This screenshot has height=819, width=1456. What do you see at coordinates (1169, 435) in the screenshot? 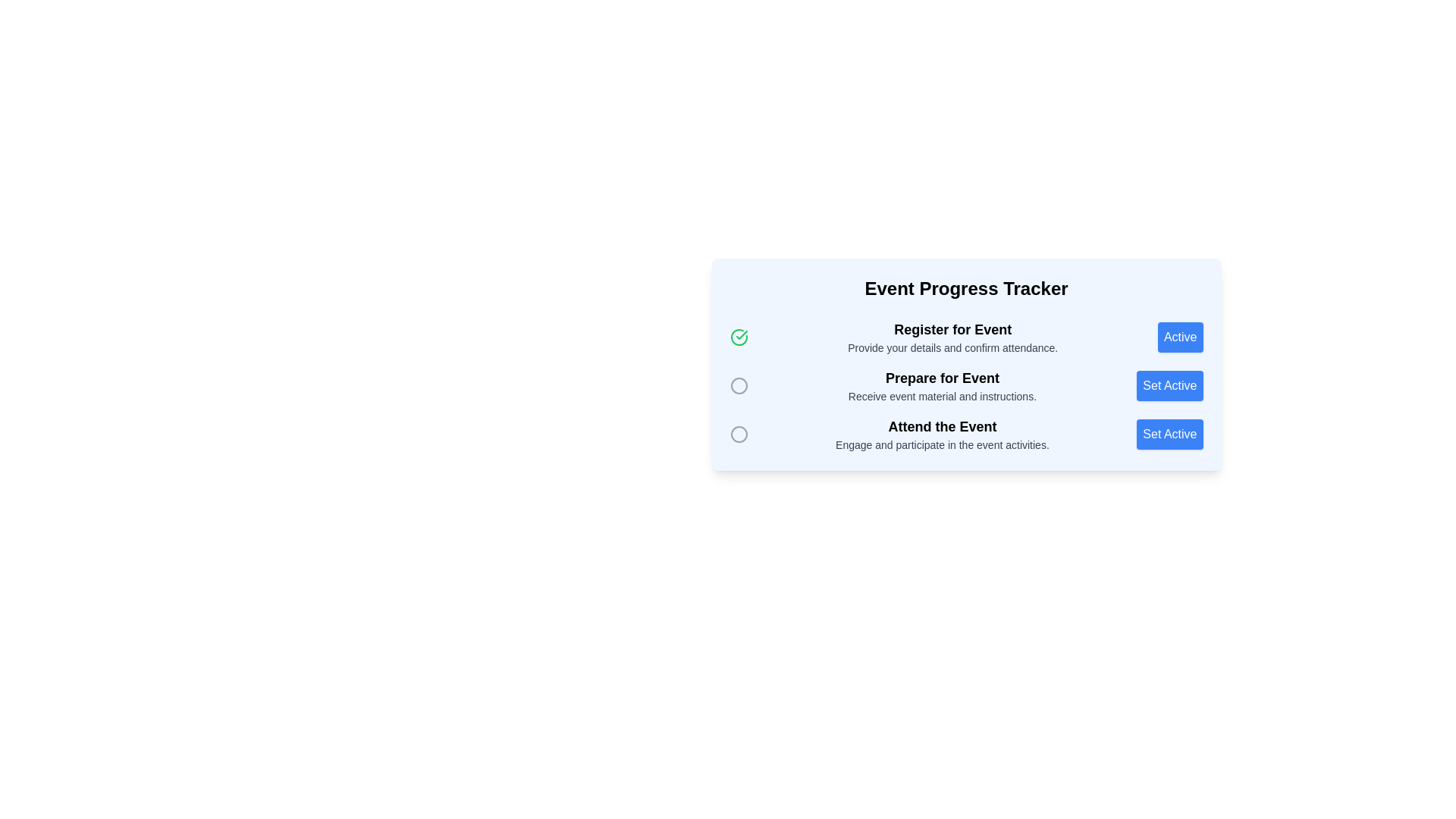
I see `the 'Set Active' button, which is the last button on the right side of the 'Event Progress Tracker' UI component` at bounding box center [1169, 435].